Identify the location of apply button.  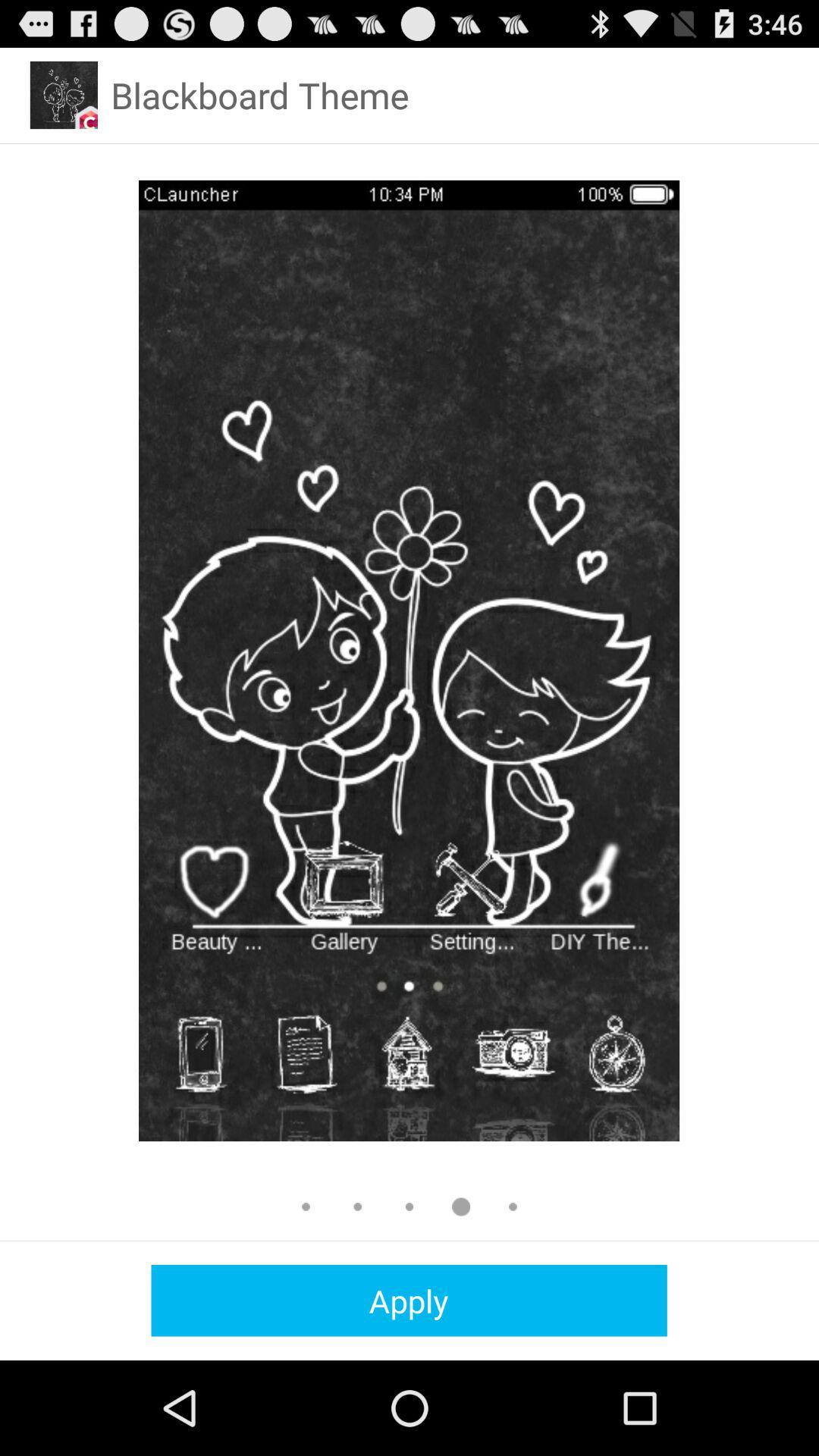
(408, 1300).